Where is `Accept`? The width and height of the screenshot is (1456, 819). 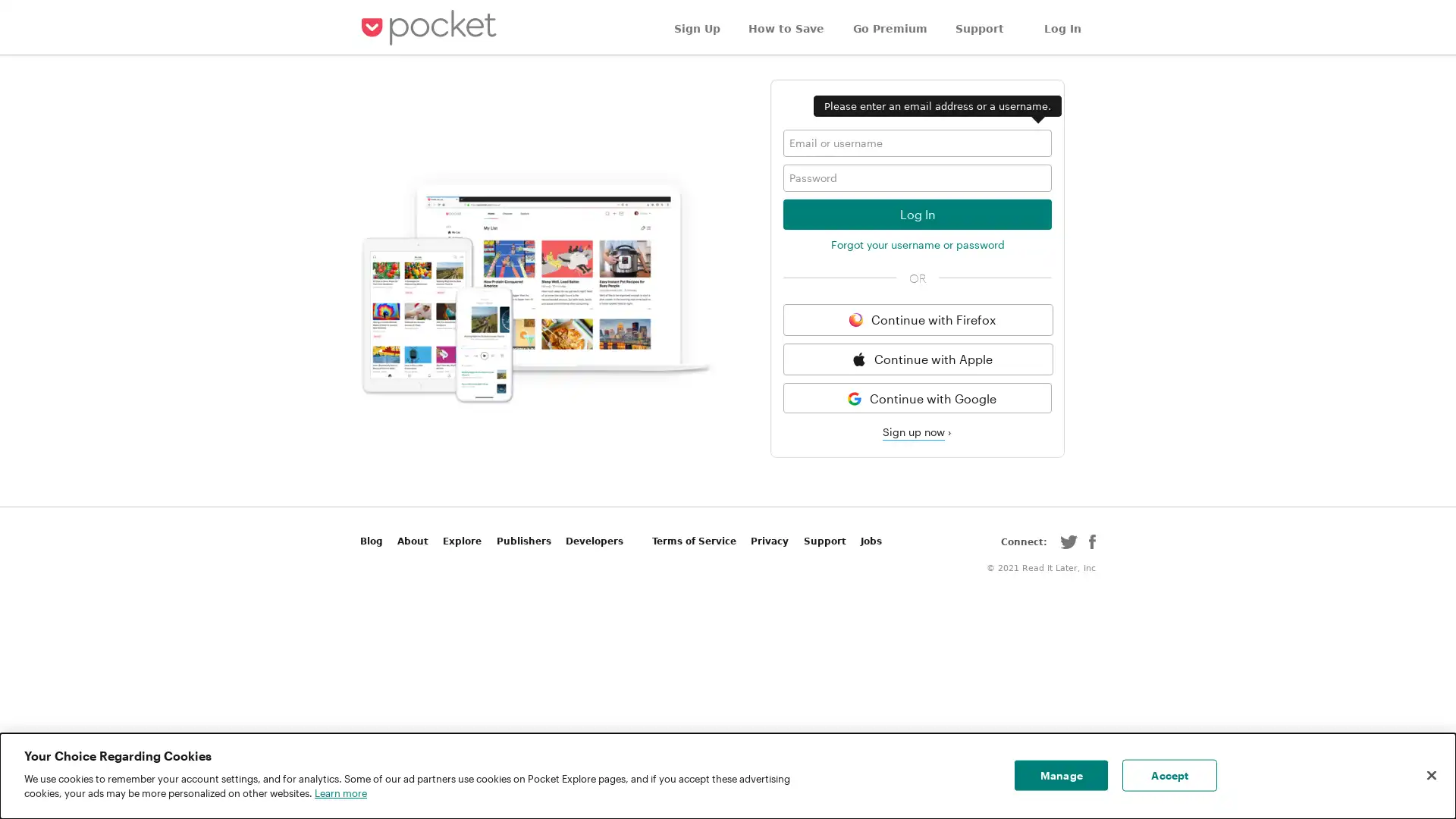
Accept is located at coordinates (1169, 775).